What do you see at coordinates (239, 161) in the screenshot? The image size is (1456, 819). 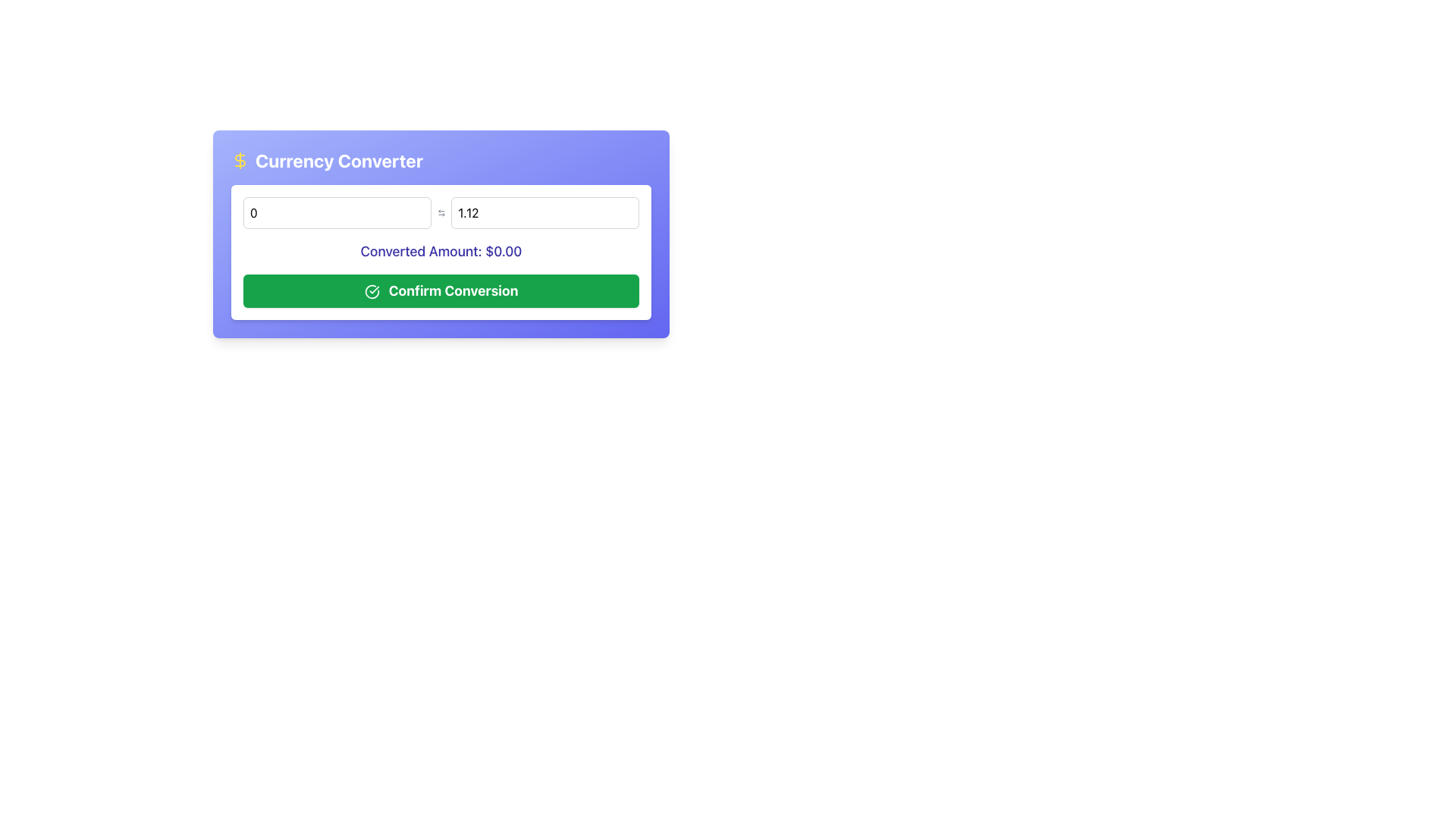 I see `the yellow-colored dollar sign icon located to the left of the 'Currency Converter' text` at bounding box center [239, 161].